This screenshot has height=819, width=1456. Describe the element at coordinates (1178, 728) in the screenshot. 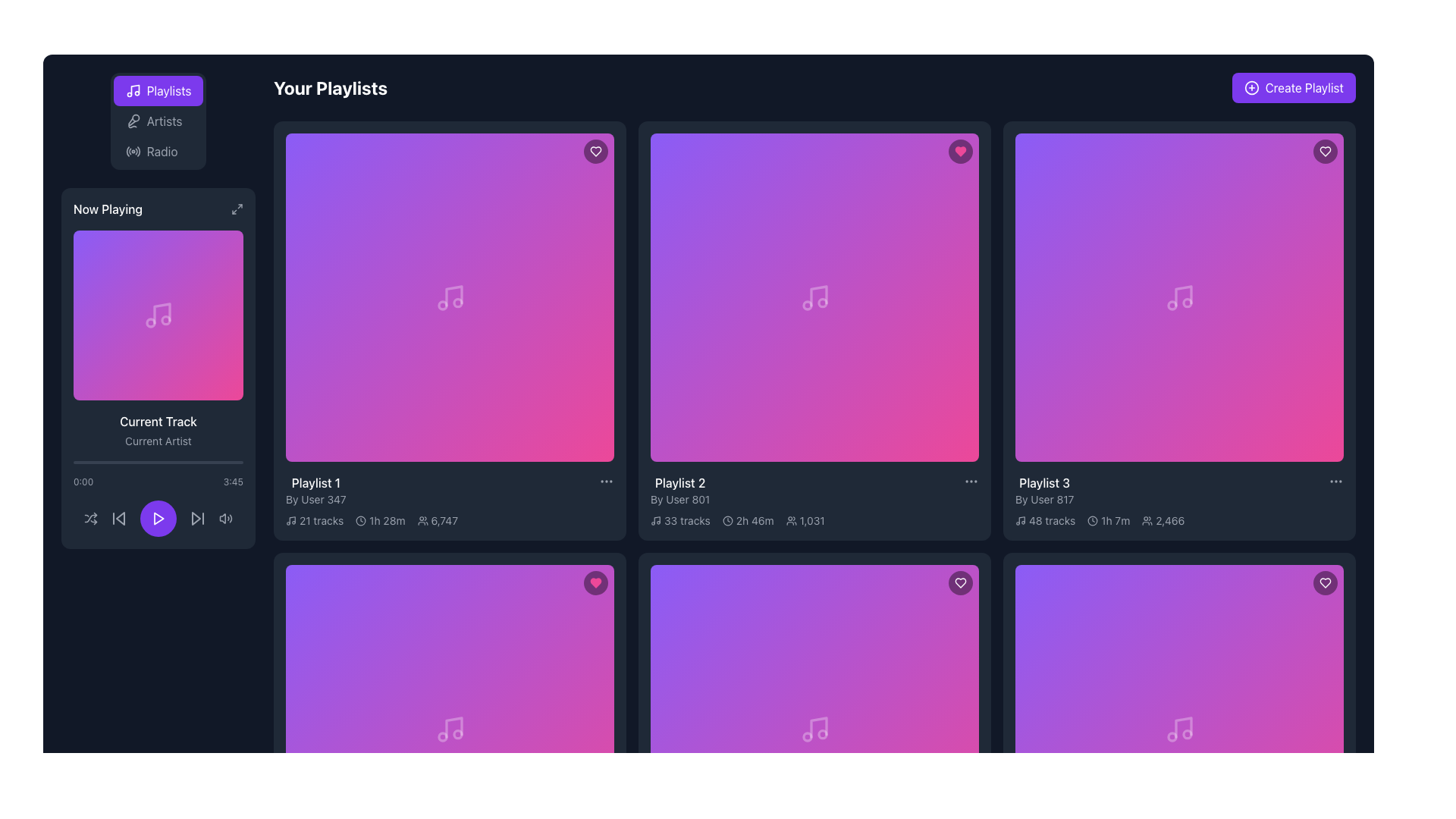

I see `the triangular play icon button, which is part of the 'Playlist 3' card in the lower row of the grid, to initiate playback` at that location.